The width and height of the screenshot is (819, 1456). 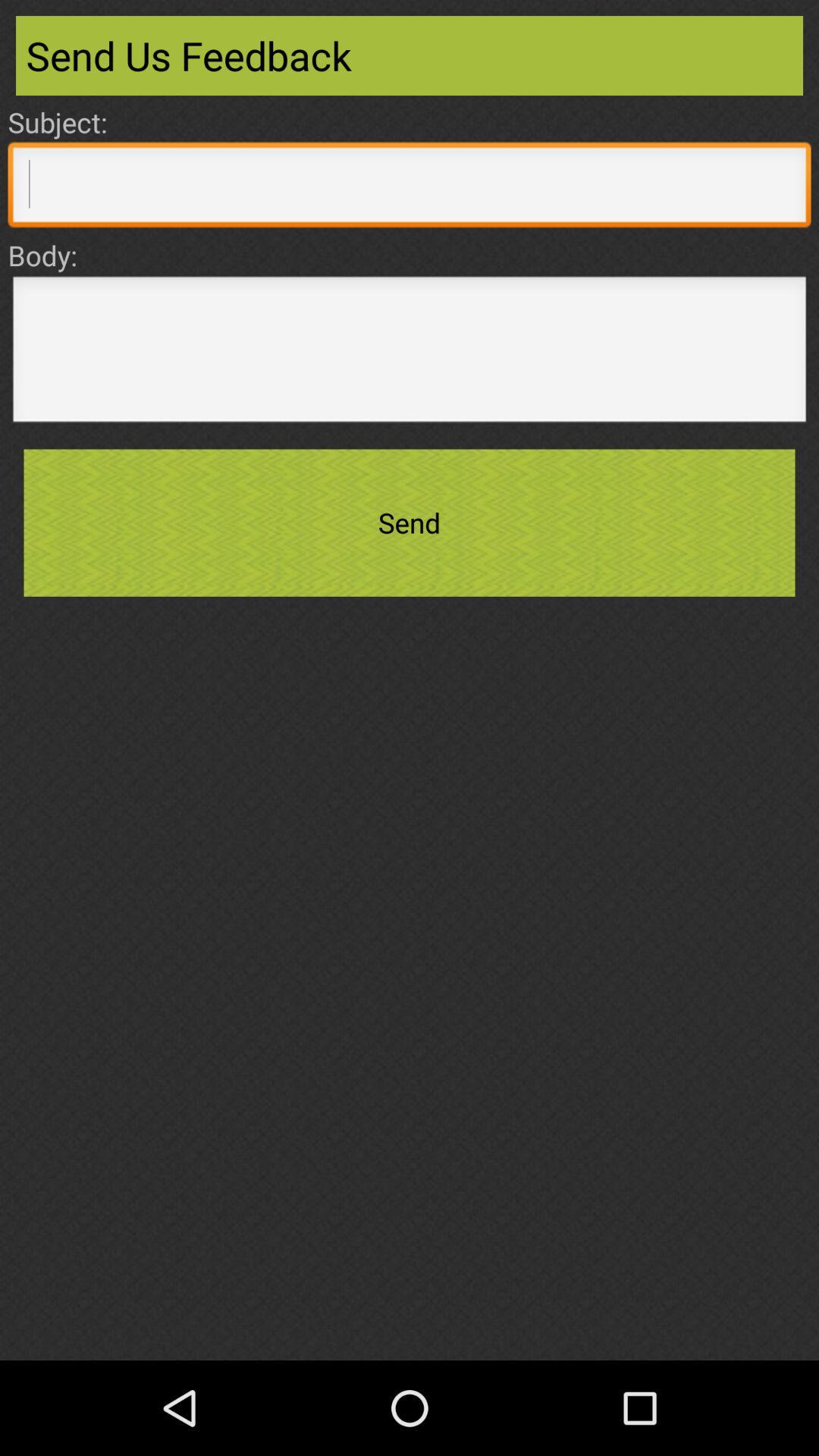 I want to click on text content, so click(x=409, y=353).